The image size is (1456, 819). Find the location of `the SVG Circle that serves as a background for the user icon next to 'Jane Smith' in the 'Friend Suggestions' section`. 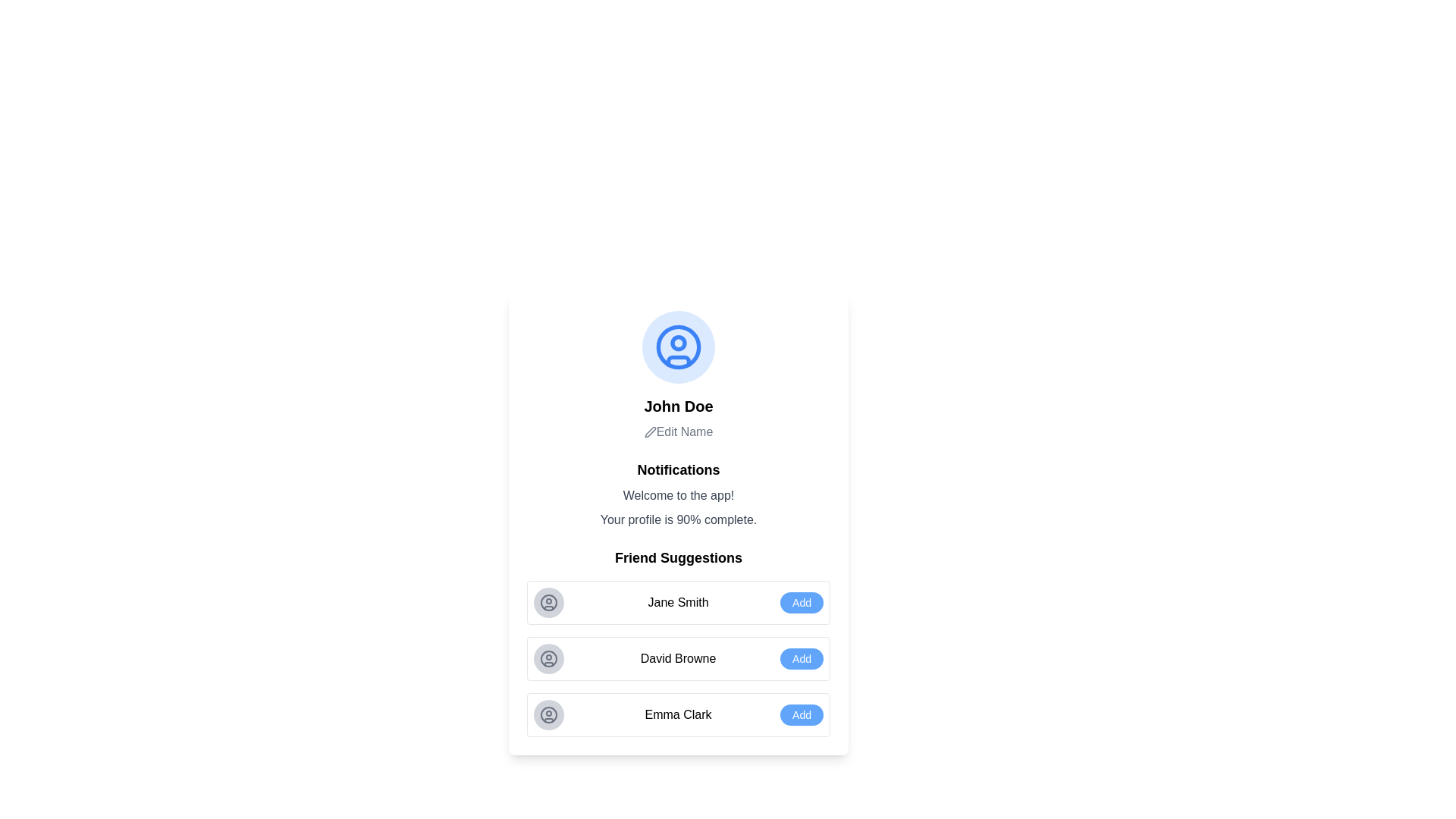

the SVG Circle that serves as a background for the user icon next to 'Jane Smith' in the 'Friend Suggestions' section is located at coordinates (548, 601).